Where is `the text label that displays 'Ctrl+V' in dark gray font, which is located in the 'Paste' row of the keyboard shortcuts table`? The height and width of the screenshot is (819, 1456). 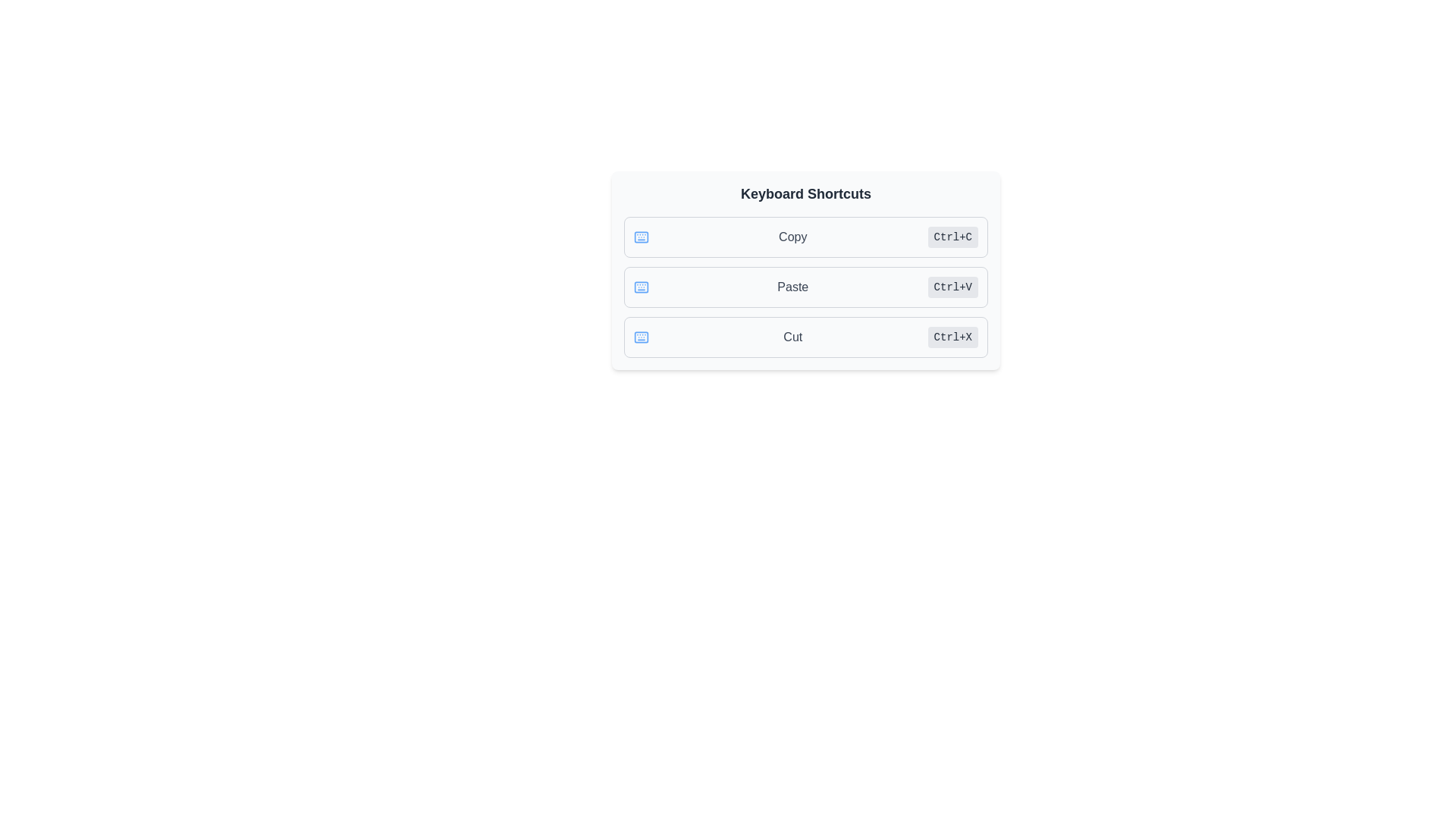
the text label that displays 'Ctrl+V' in dark gray font, which is located in the 'Paste' row of the keyboard shortcuts table is located at coordinates (952, 287).